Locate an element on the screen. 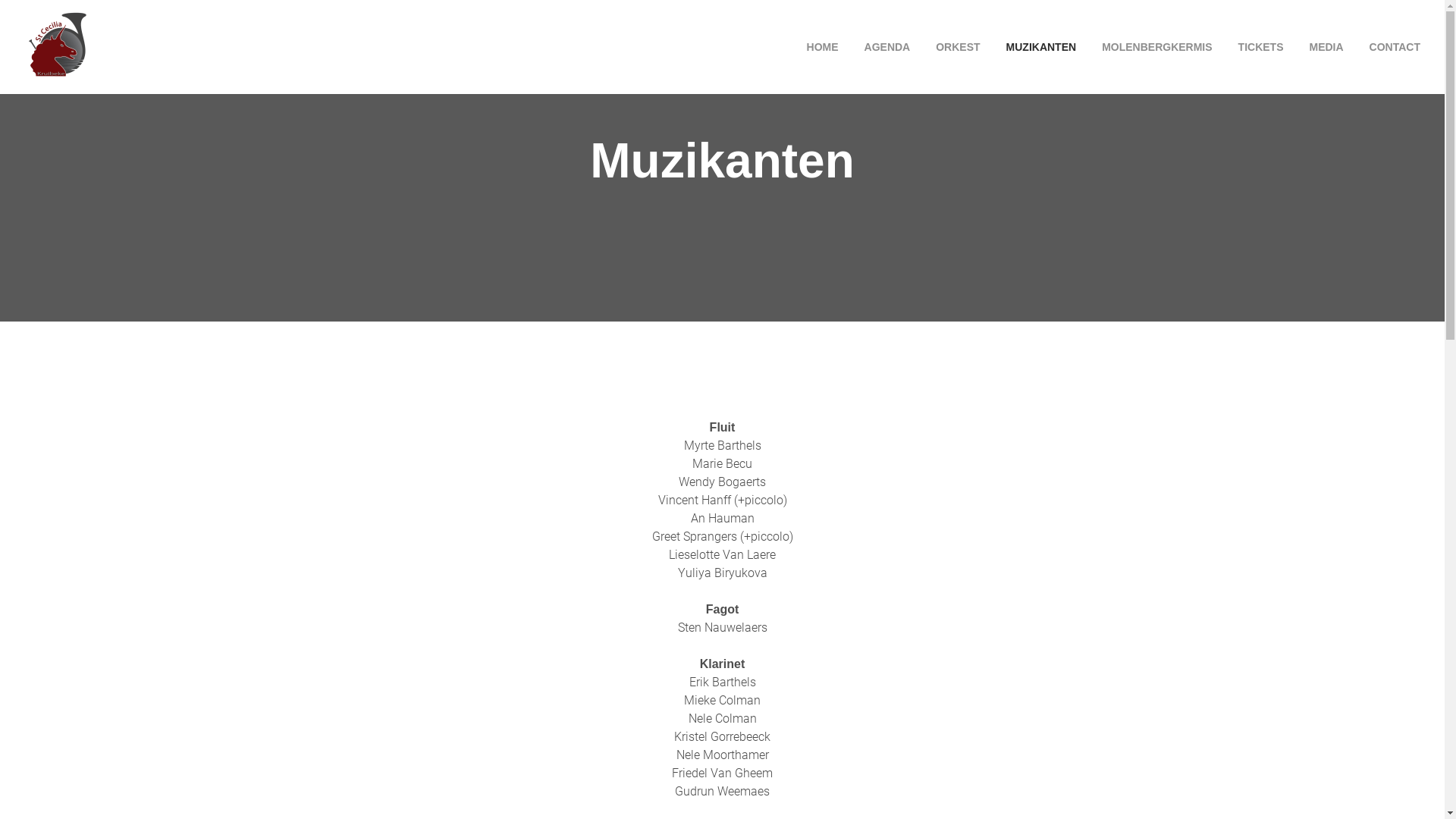 This screenshot has height=819, width=1456. 'MEDIA' is located at coordinates (1325, 45).